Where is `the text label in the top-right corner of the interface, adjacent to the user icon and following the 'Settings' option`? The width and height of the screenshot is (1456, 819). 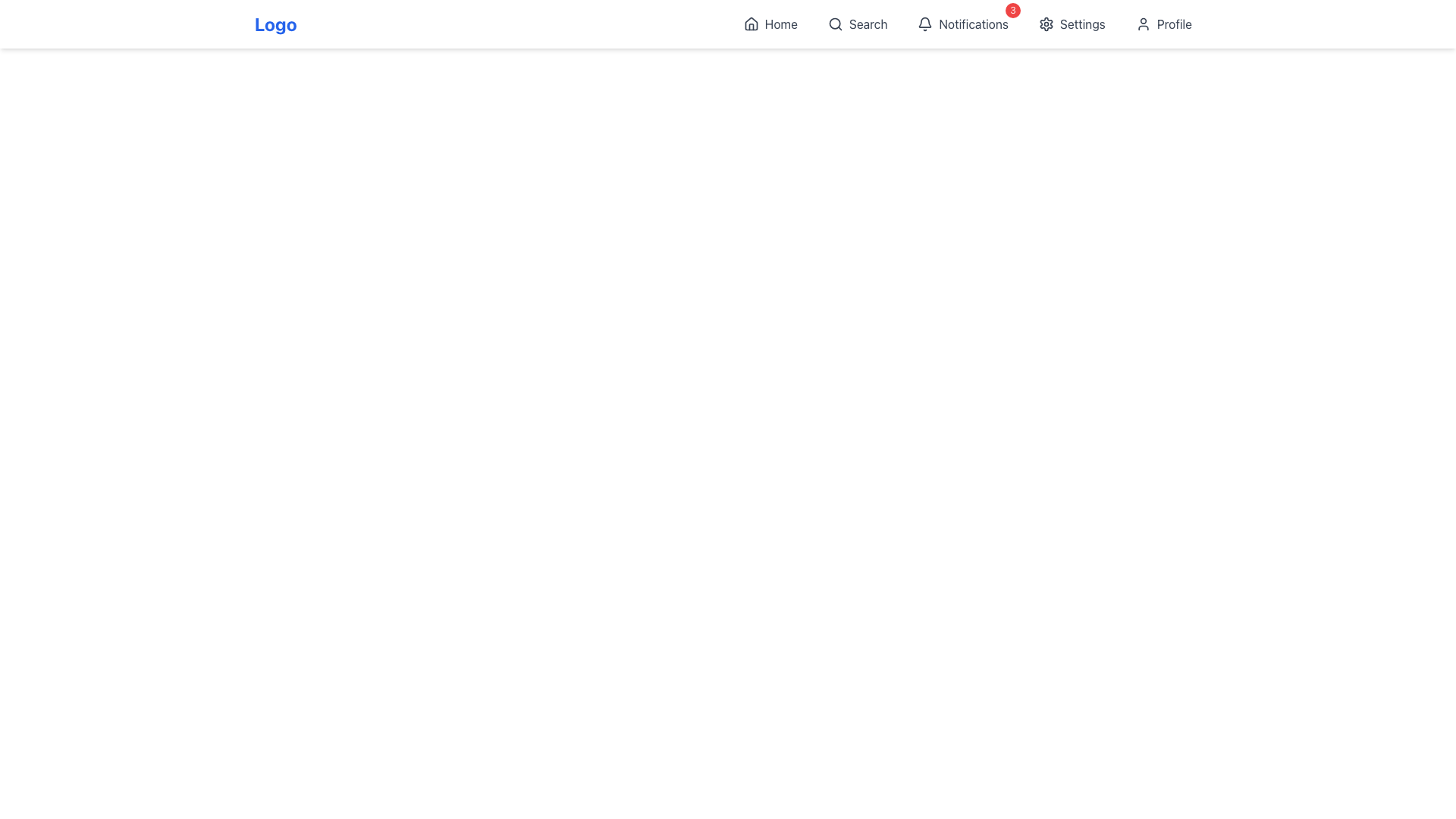
the text label in the top-right corner of the interface, adjacent to the user icon and following the 'Settings' option is located at coordinates (1173, 24).